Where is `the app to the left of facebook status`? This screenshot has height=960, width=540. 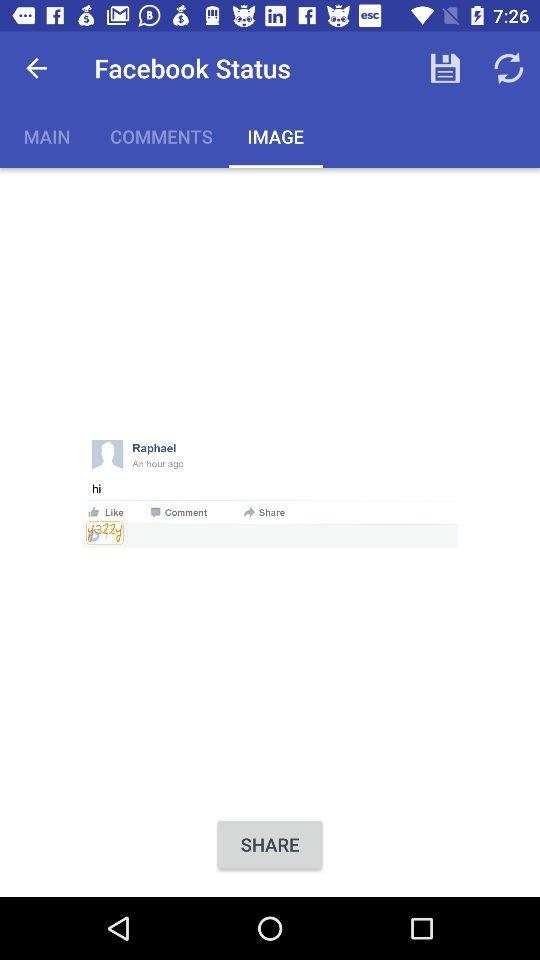 the app to the left of facebook status is located at coordinates (36, 68).